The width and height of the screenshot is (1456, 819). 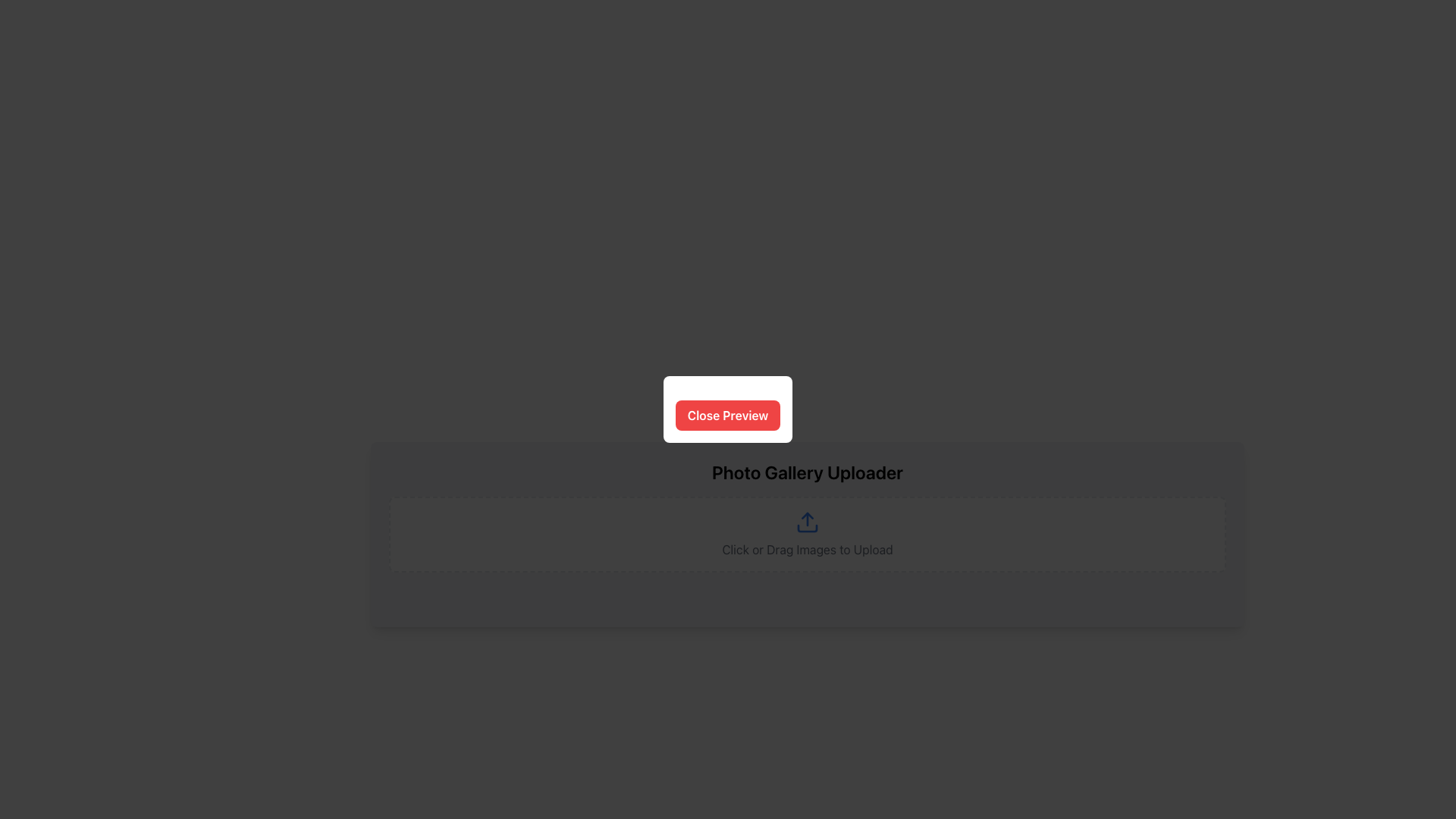 I want to click on title 'Photo Gallery Uploader' located at the top of the photo gallery uploader section, so click(x=807, y=472).